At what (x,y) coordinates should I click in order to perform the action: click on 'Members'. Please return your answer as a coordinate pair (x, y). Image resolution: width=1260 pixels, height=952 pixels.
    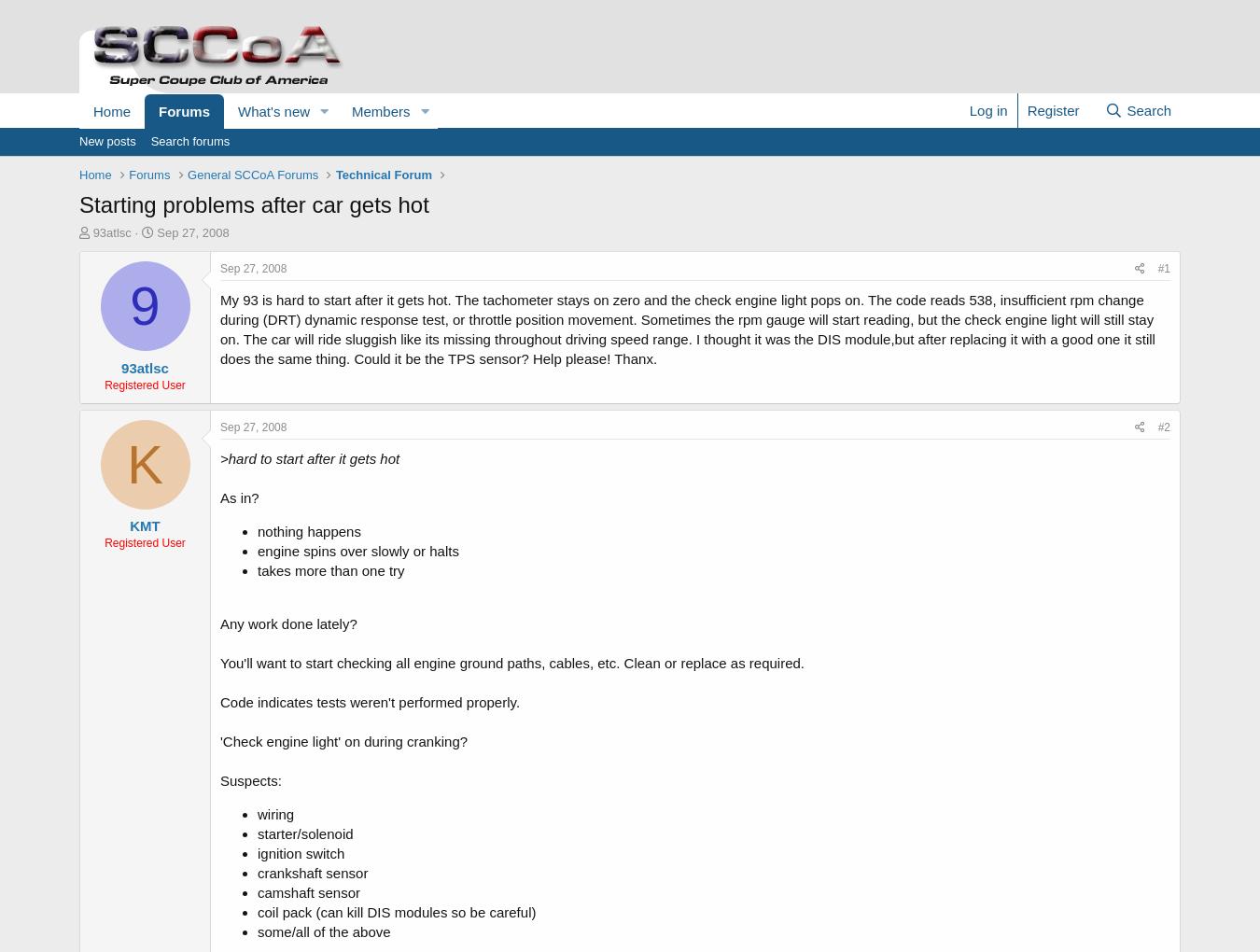
    Looking at the image, I should click on (380, 110).